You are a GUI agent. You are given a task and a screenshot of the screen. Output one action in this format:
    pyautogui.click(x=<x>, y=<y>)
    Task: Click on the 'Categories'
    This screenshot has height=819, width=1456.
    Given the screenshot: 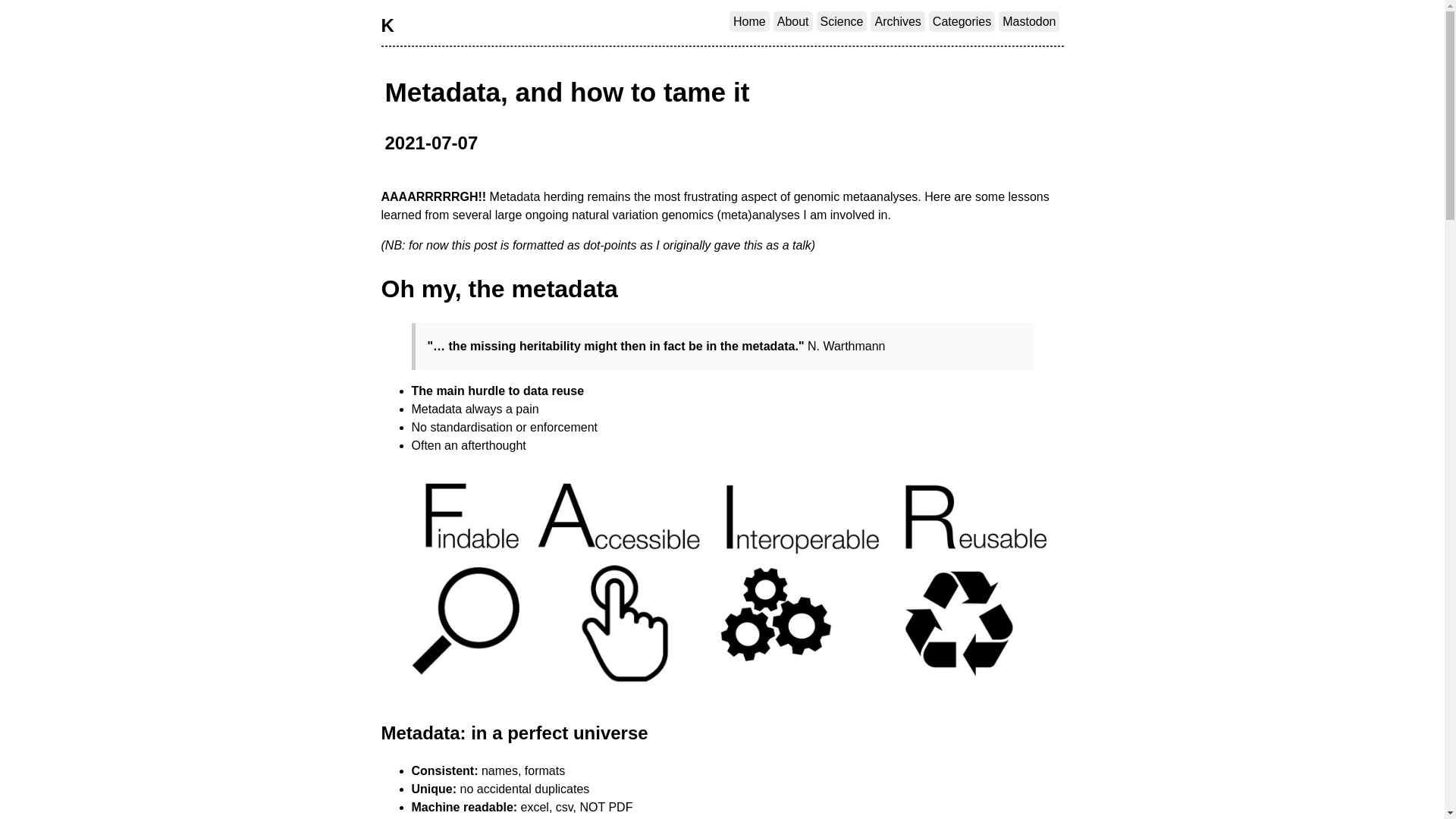 What is the action you would take?
    pyautogui.click(x=927, y=21)
    